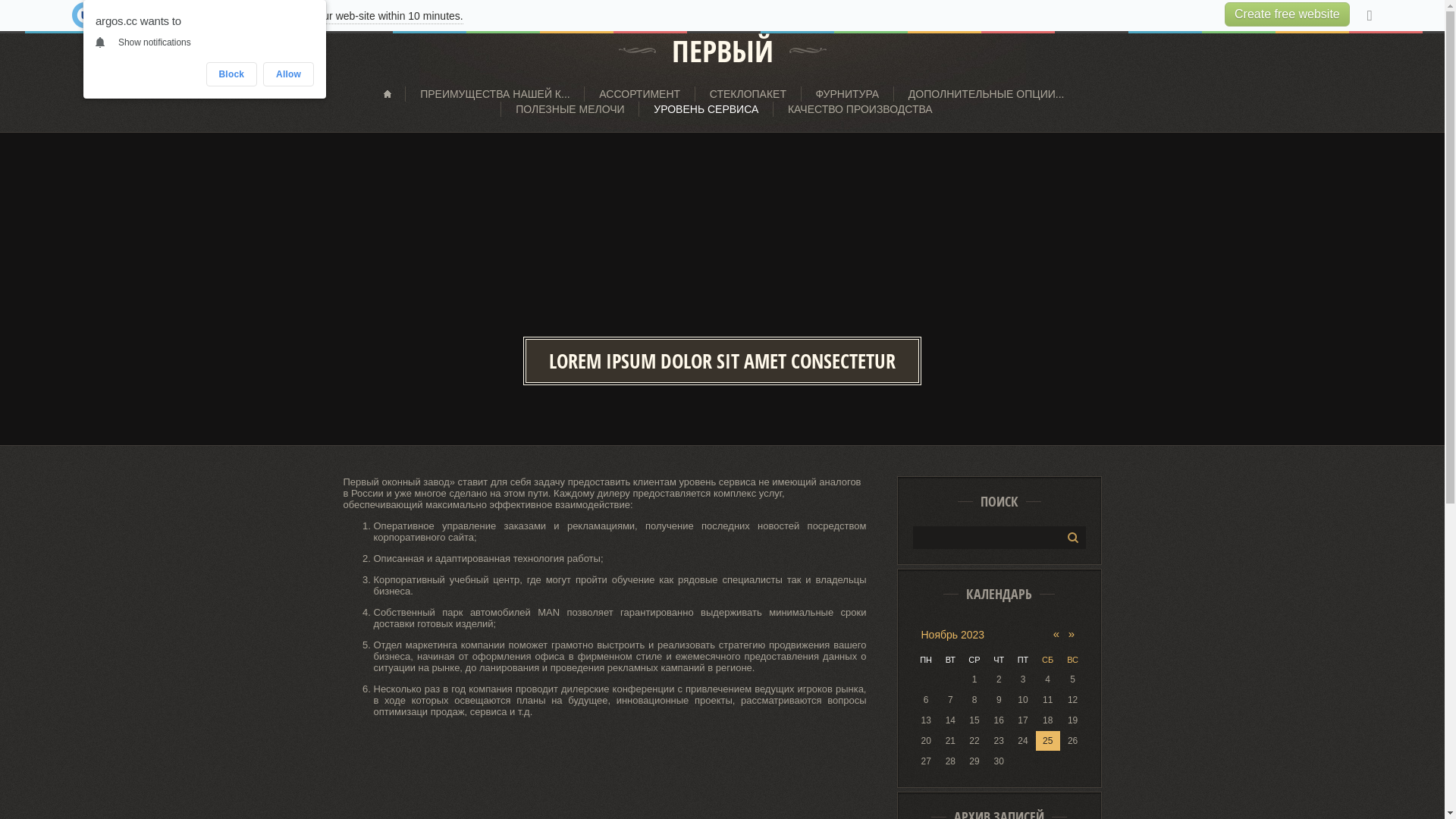 This screenshot has height=819, width=1456. What do you see at coordinates (231, 74) in the screenshot?
I see `'Block'` at bounding box center [231, 74].